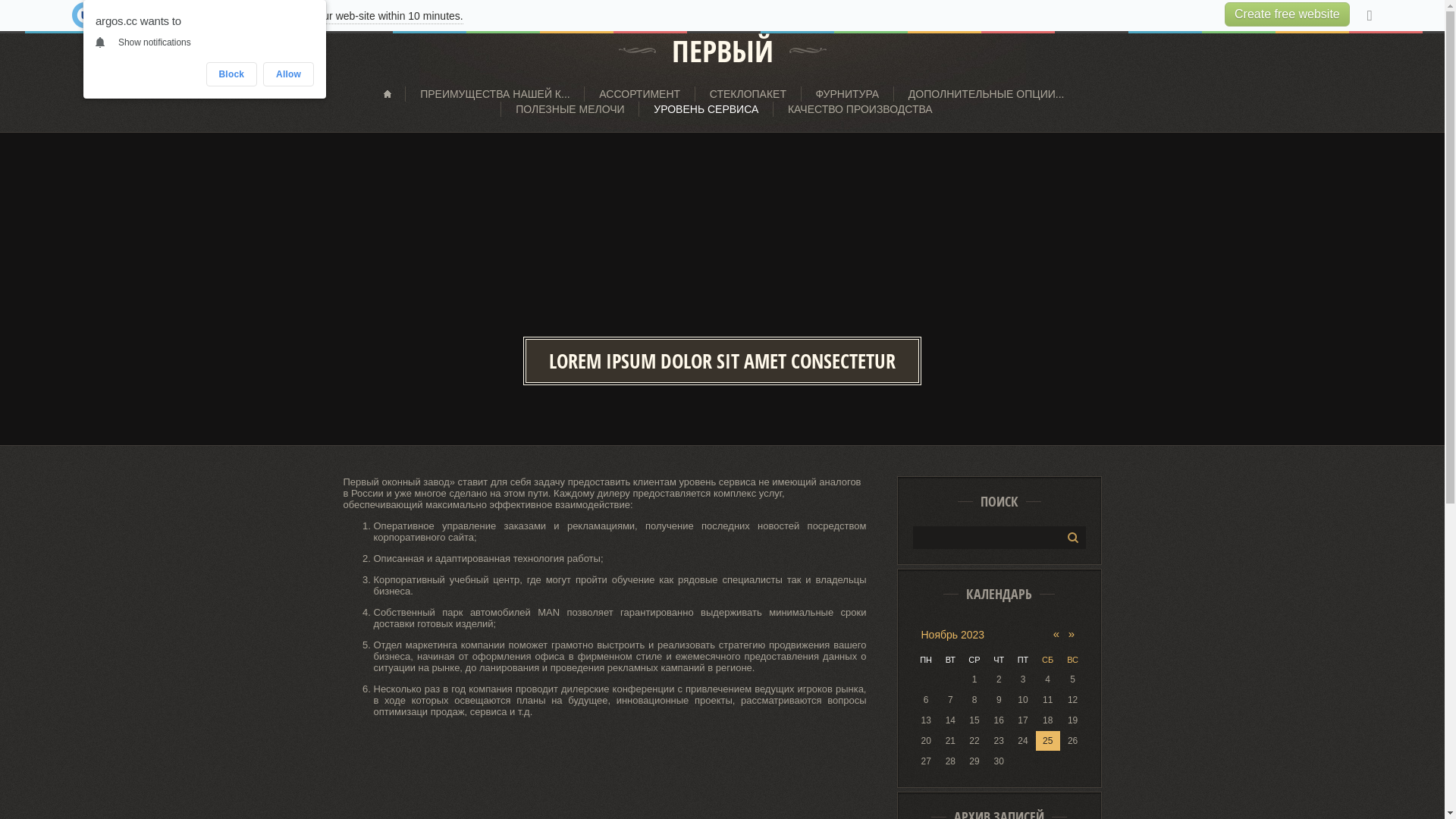 This screenshot has height=819, width=1456. What do you see at coordinates (231, 74) in the screenshot?
I see `'Block'` at bounding box center [231, 74].